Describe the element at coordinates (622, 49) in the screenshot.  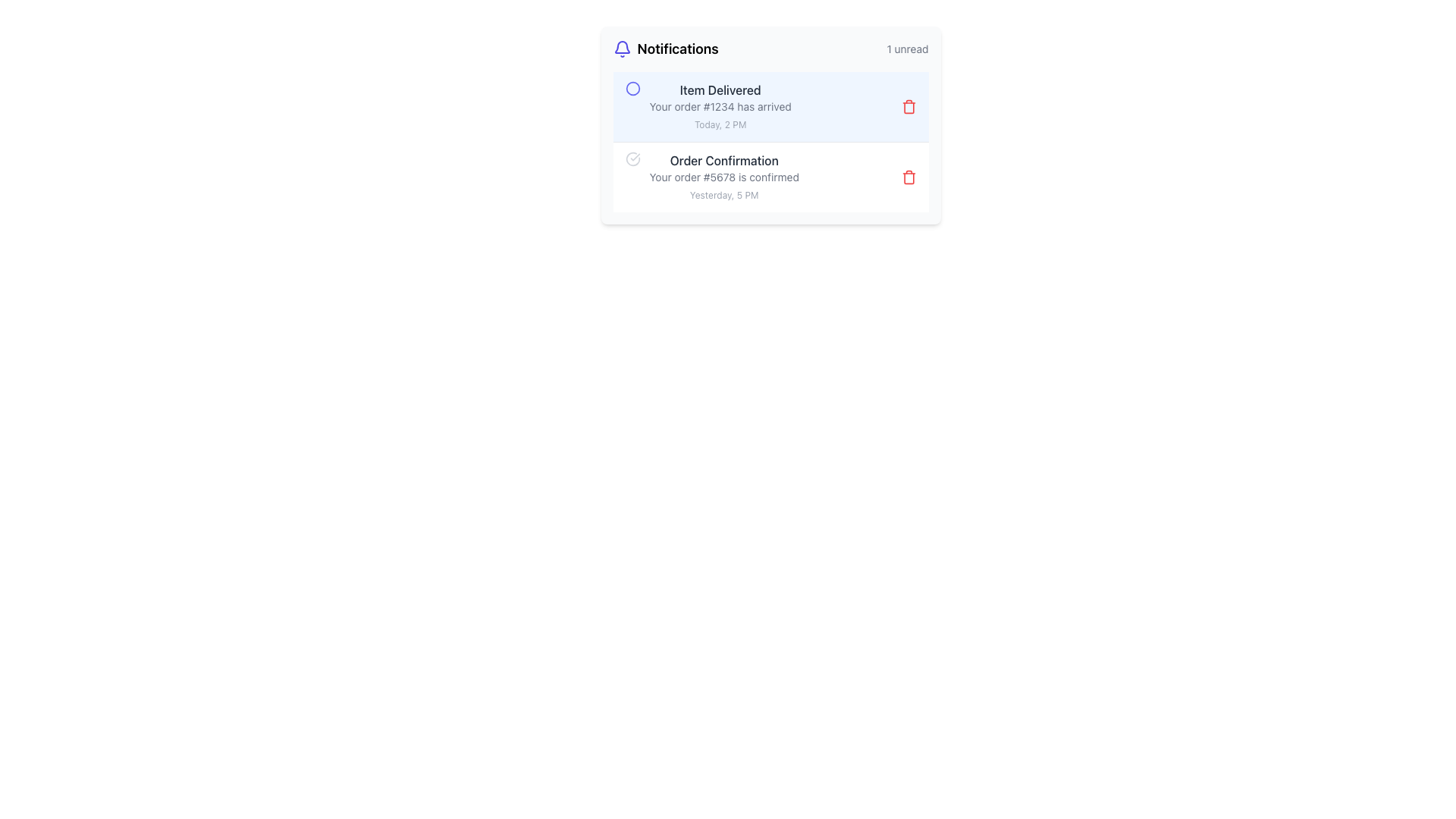
I see `the bell icon for notifications, located at the leftmost part of the 'Notifications' title bar, before the text 'Notifications'` at that location.